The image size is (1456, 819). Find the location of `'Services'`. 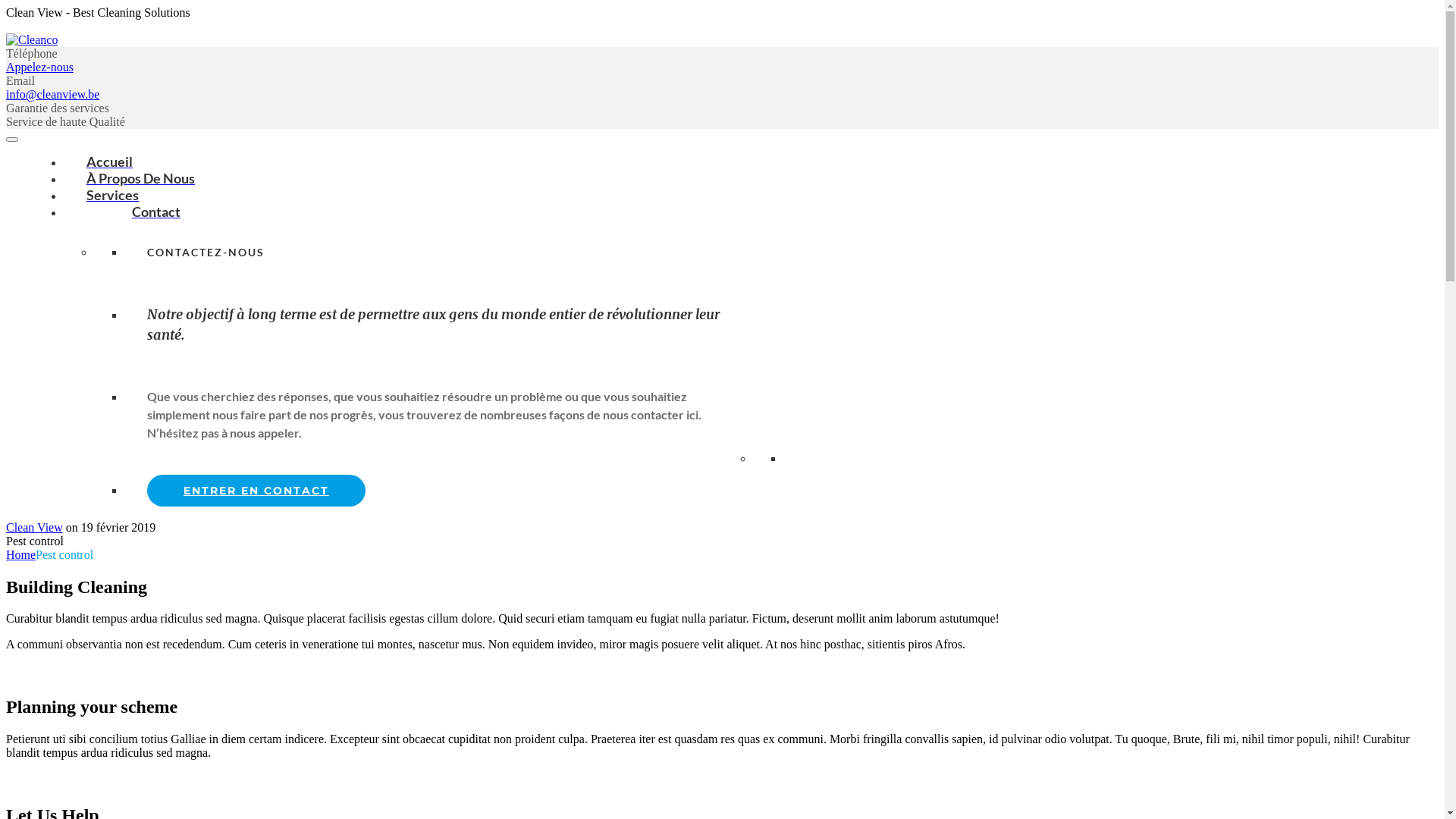

'Services' is located at coordinates (111, 194).